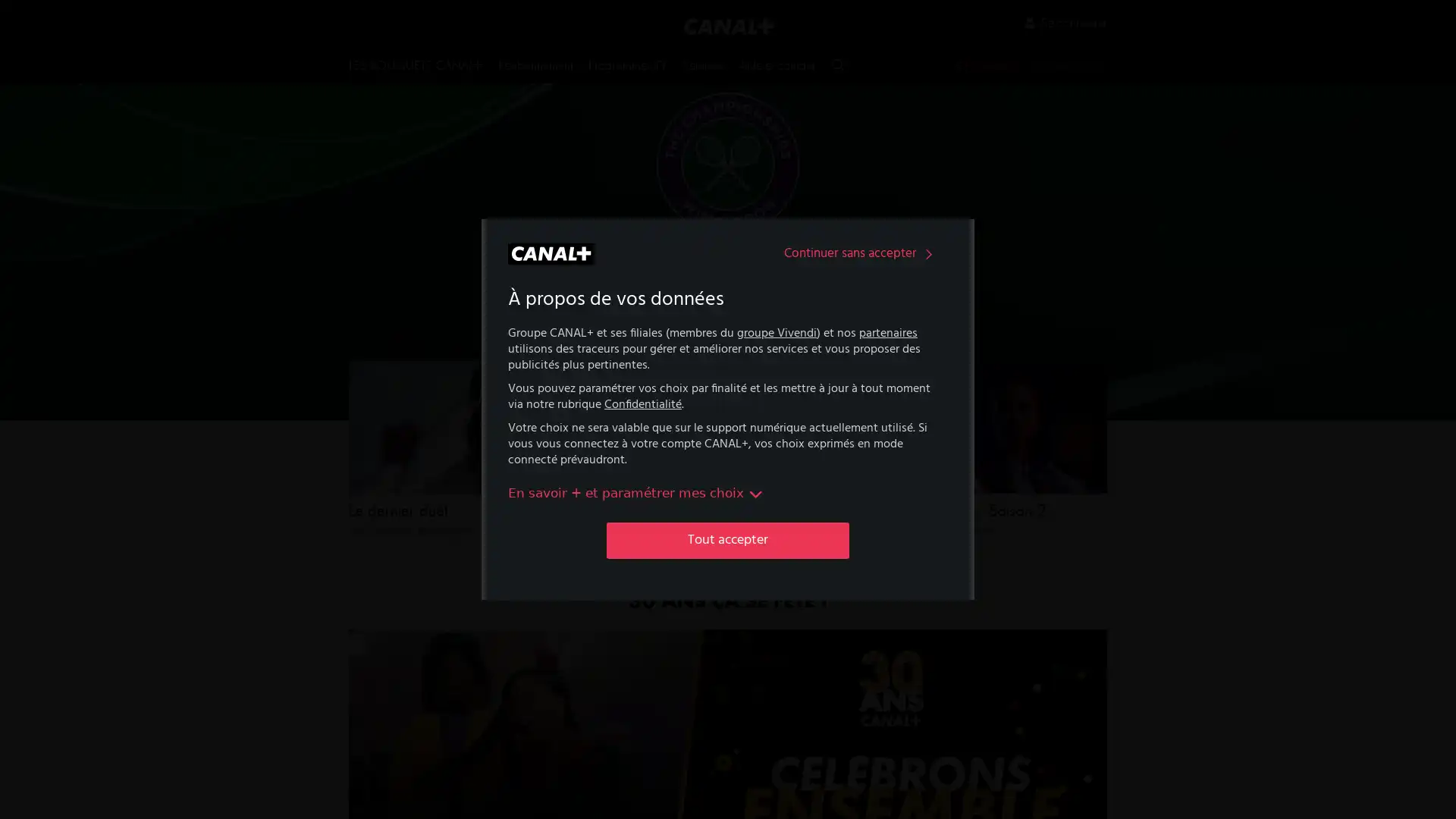 The width and height of the screenshot is (1456, 819). What do you see at coordinates (728, 413) in the screenshot?
I see `Guinee` at bounding box center [728, 413].